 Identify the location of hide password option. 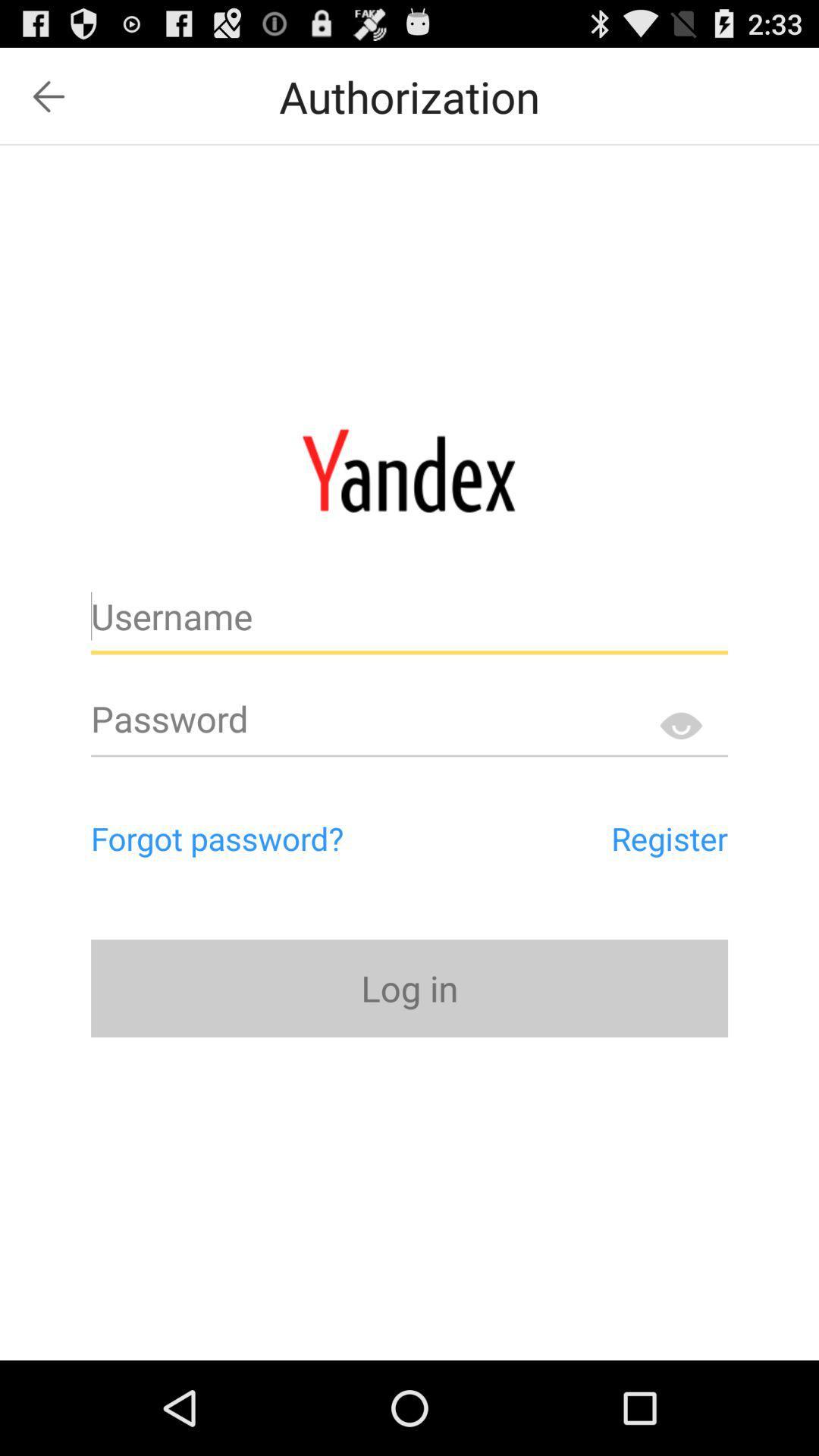
(679, 724).